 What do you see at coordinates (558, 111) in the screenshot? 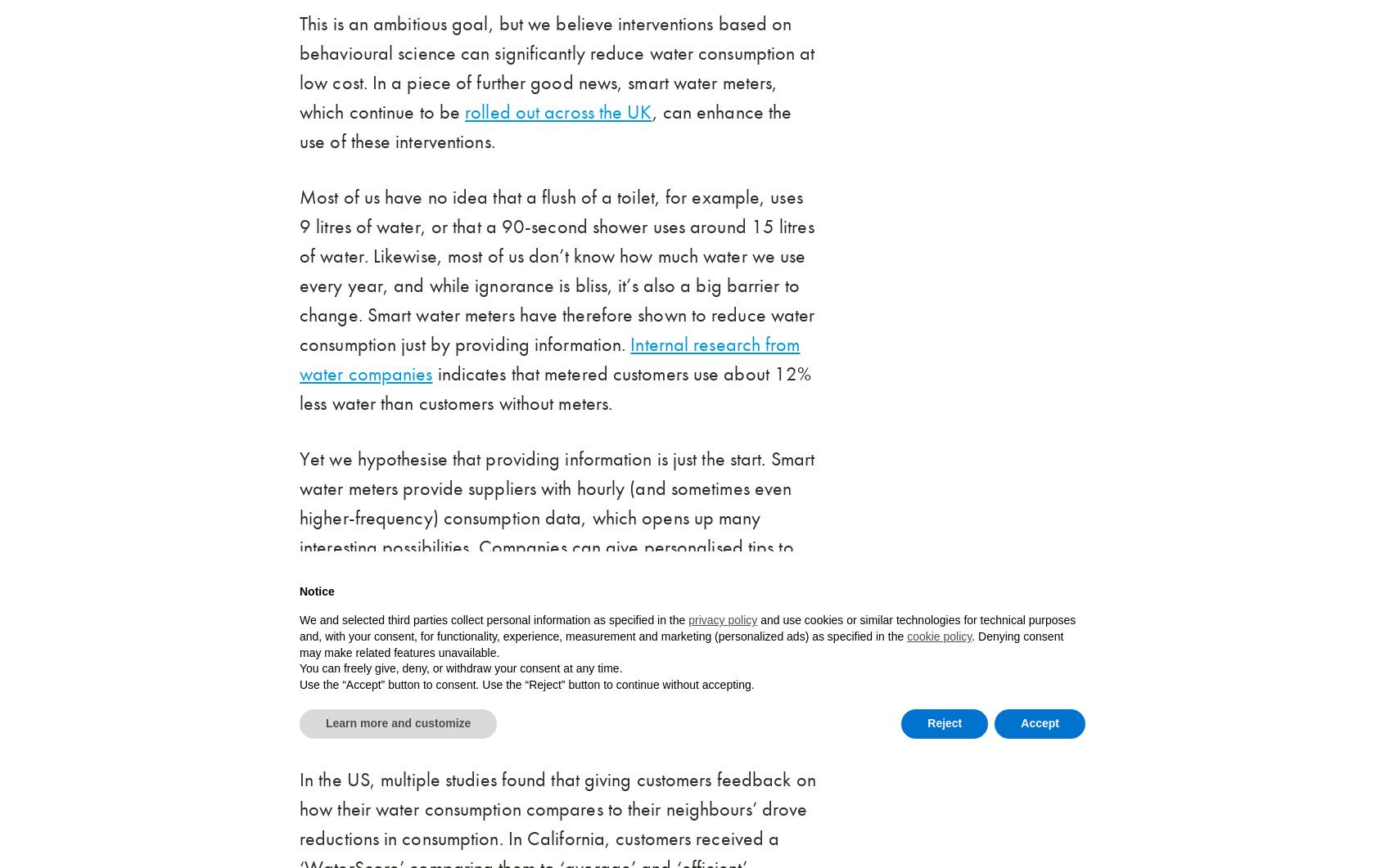
I see `'rolled out across the UK'` at bounding box center [558, 111].